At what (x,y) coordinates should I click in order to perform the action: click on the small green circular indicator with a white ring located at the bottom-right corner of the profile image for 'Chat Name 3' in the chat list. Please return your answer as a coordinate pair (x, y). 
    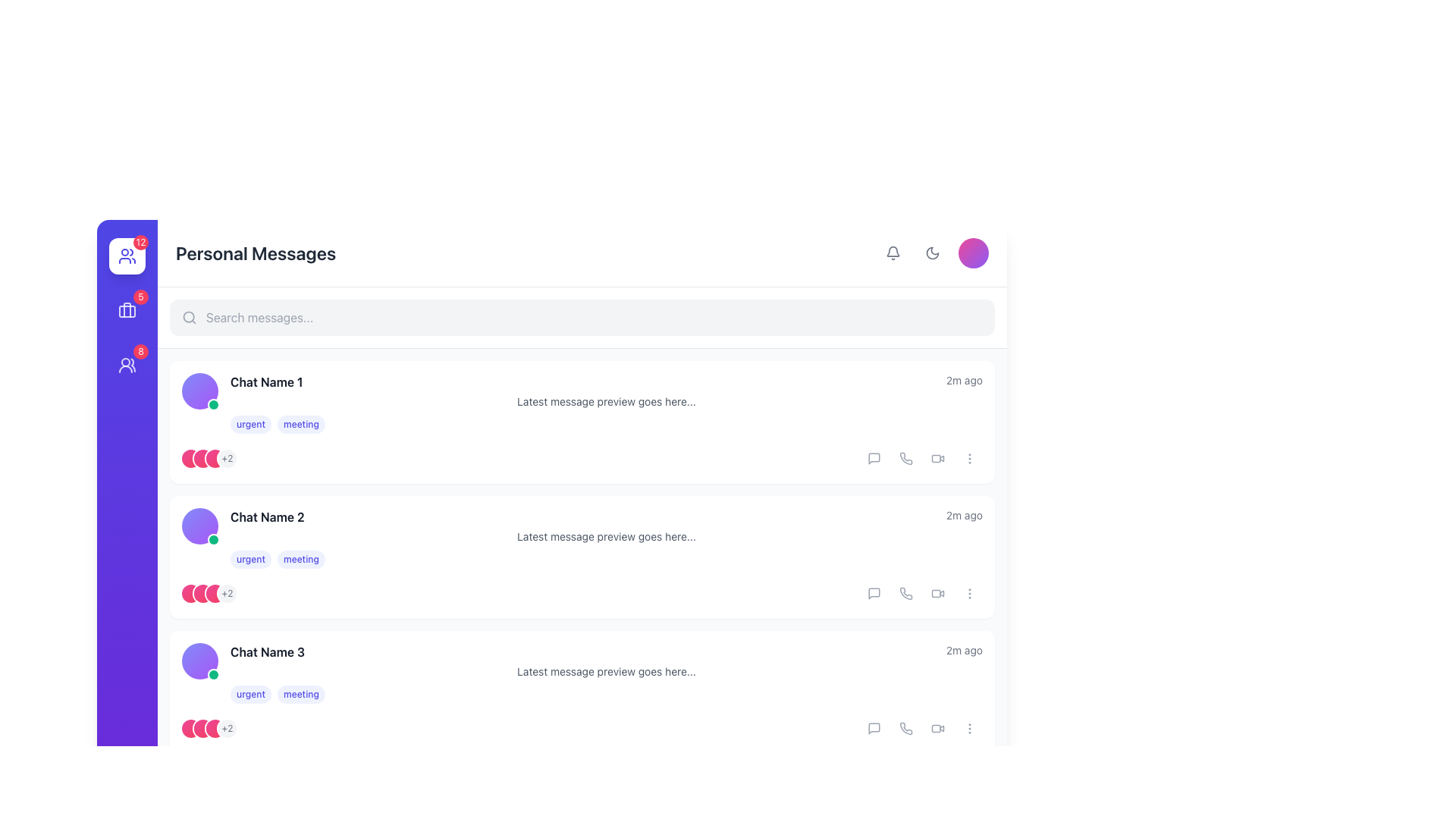
    Looking at the image, I should click on (213, 674).